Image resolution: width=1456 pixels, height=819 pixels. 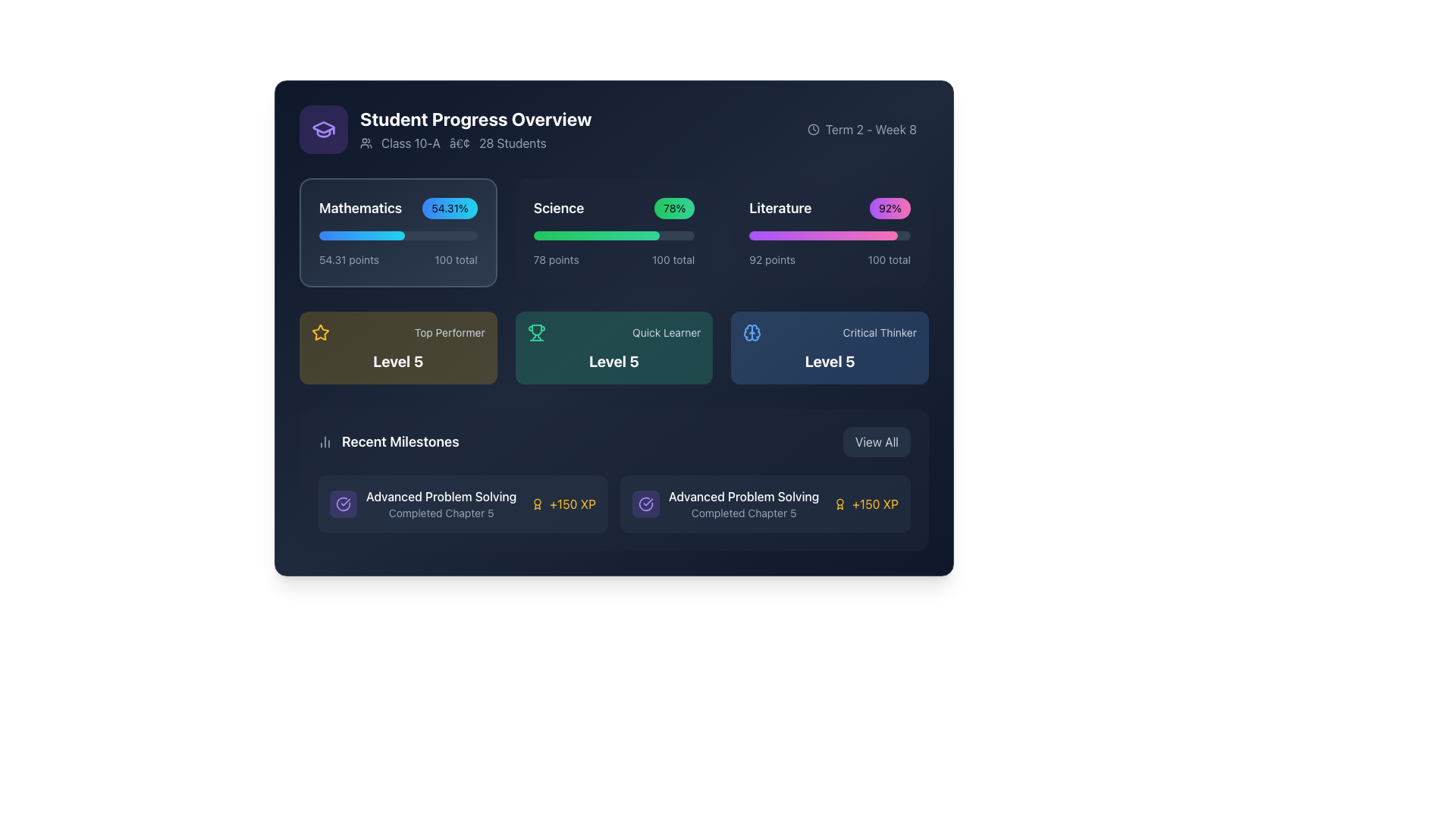 I want to click on the reward indicator element displaying '+150 XP' with a gold ribbon icon, located on the far right of the 'Advanced Problem Solving' row, aligned with 'Completed Chapter 5', so click(x=866, y=504).